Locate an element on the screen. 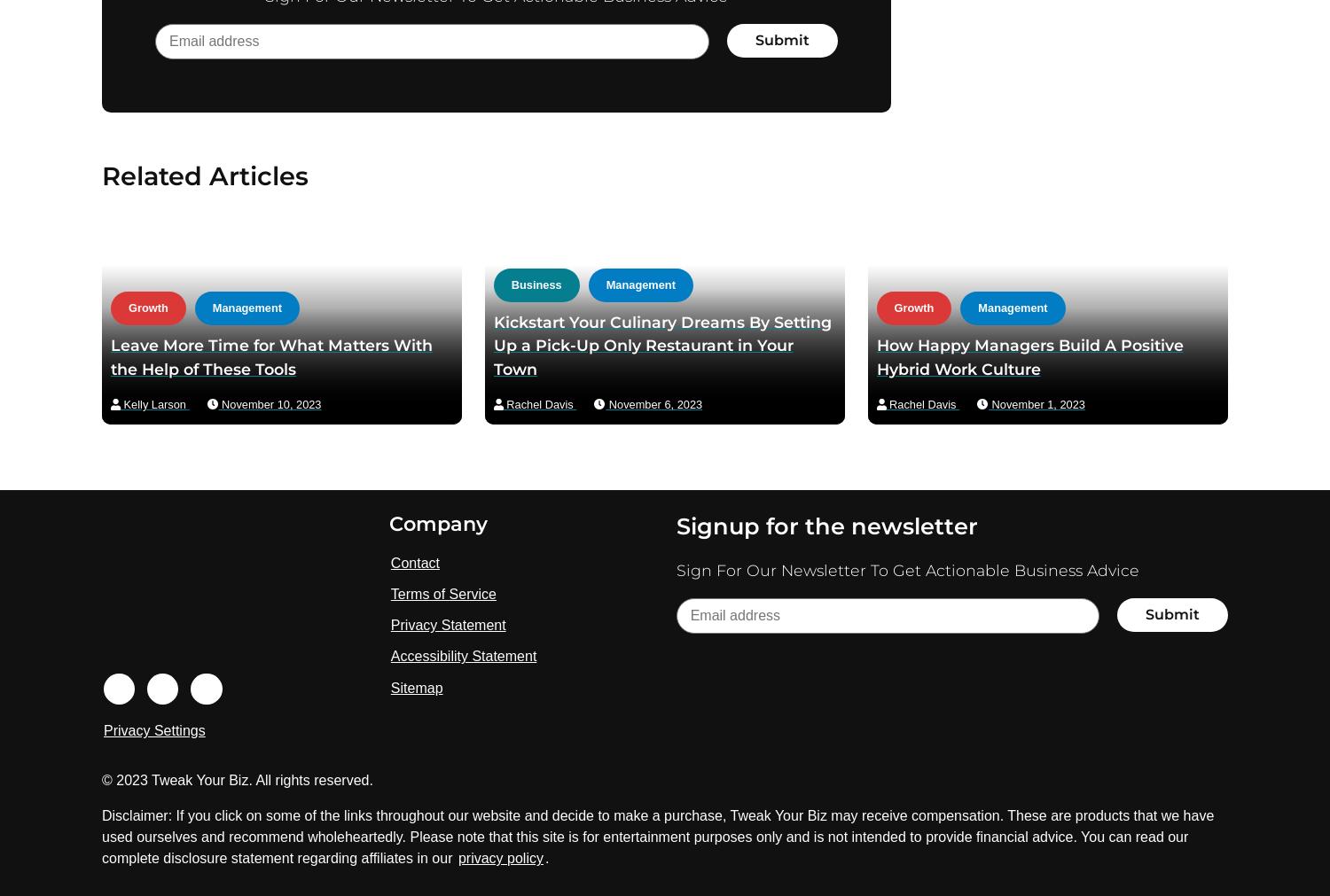  'Disclaimer: If you click on some of the links throughout our website and decide to make a purchase, Tweak Your Biz may receive compensation. These are products that we have used ourselves and recommend wholeheartedly. Please note that this site is for entertainment purposes only and is not intended to provide financial advice. You can read our complete disclosure statement regarding affiliates in our' is located at coordinates (101, 837).